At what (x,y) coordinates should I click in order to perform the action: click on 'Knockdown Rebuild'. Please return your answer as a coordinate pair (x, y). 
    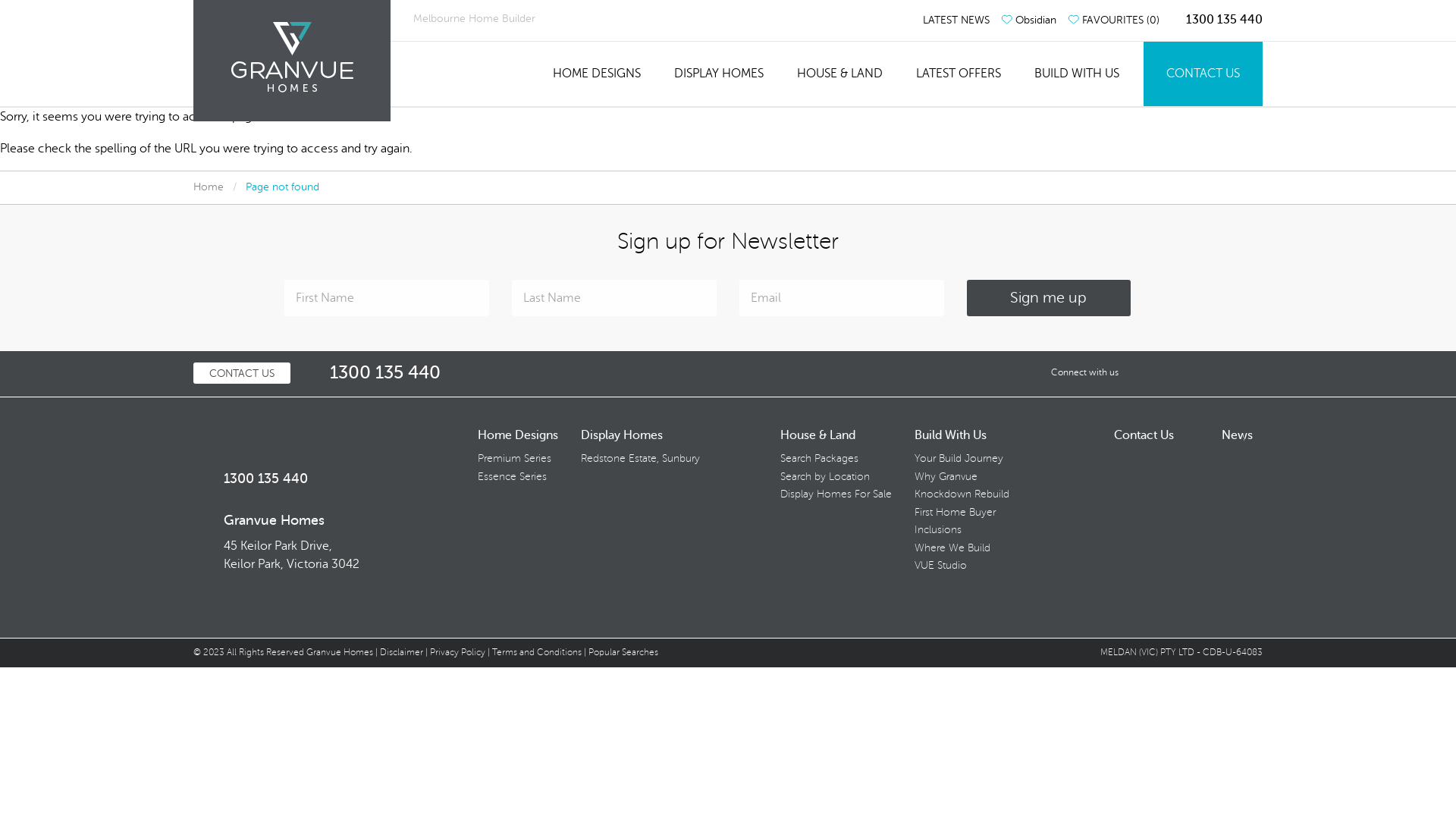
    Looking at the image, I should click on (961, 494).